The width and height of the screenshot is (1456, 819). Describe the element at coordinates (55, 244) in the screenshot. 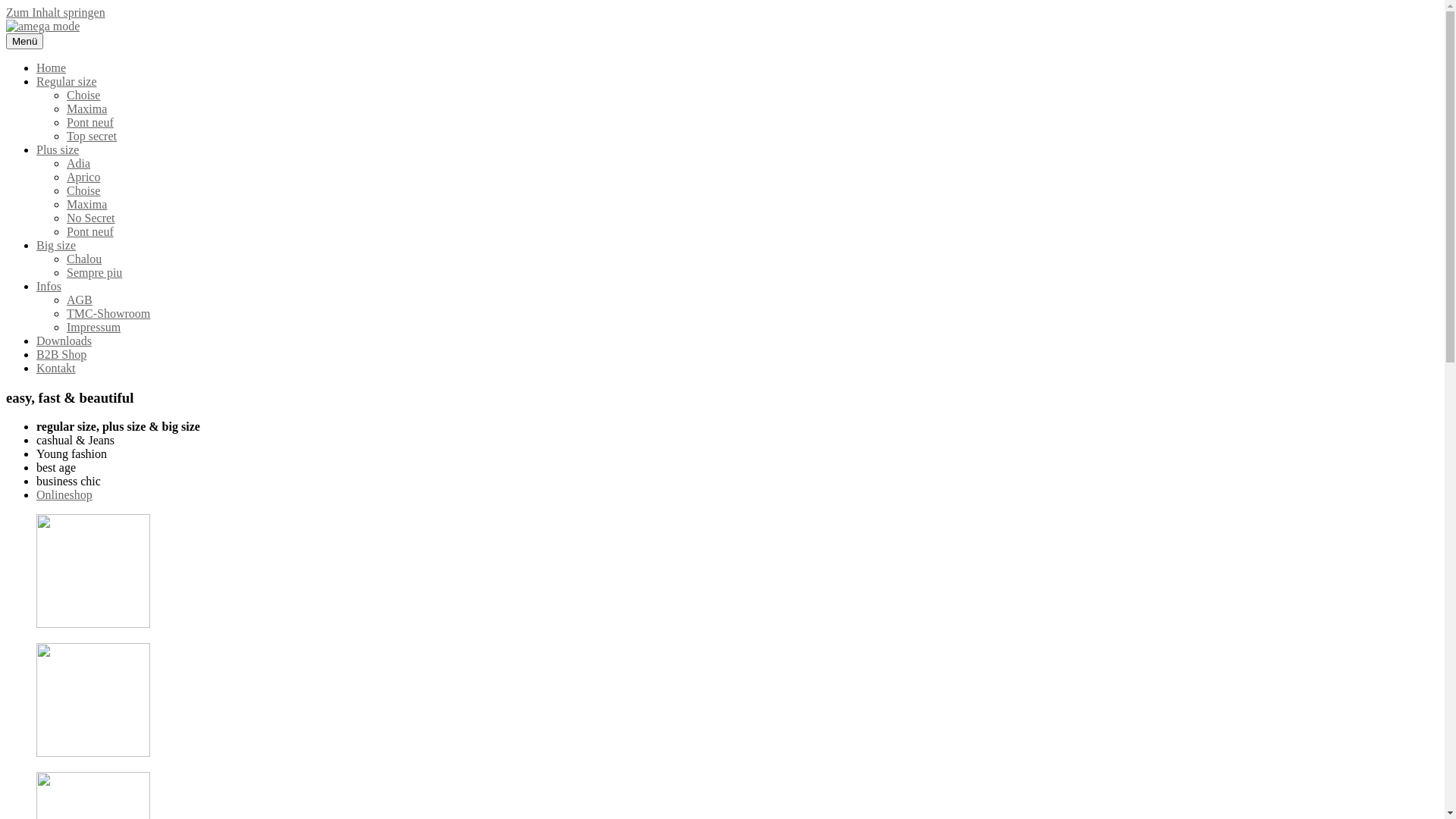

I see `'Big size'` at that location.